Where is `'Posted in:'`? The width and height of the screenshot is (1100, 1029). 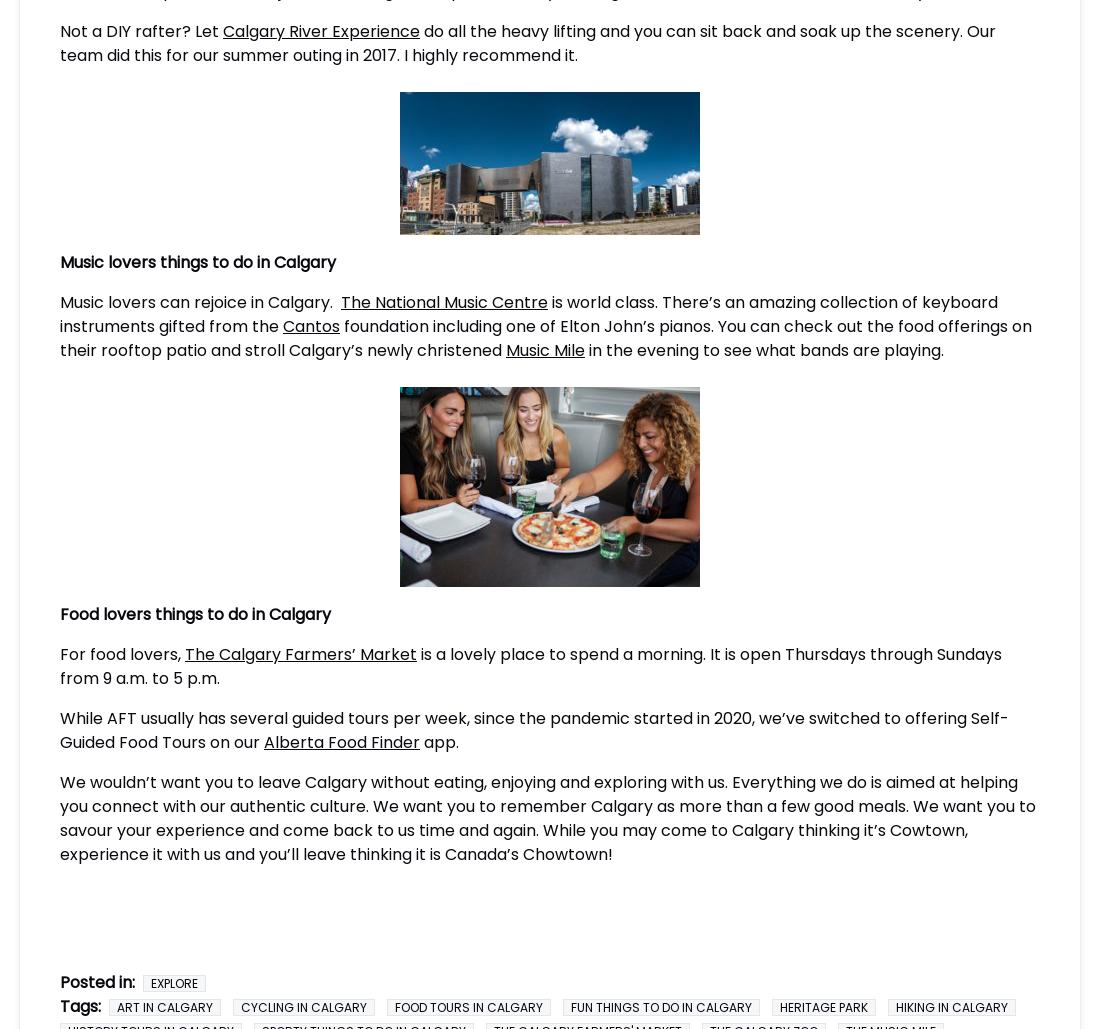
'Posted in:' is located at coordinates (97, 980).